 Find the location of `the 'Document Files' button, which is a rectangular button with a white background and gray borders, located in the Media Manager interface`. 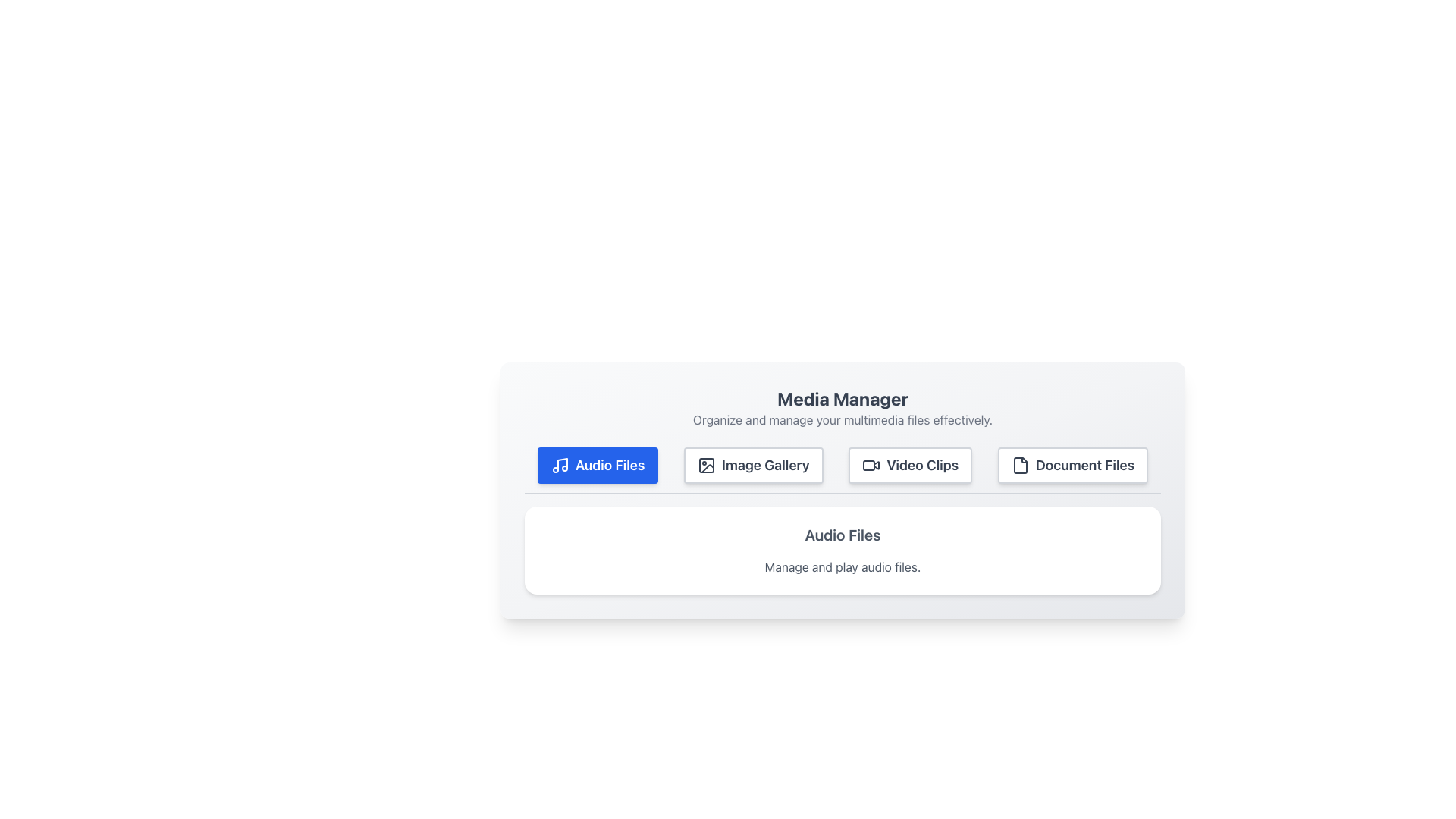

the 'Document Files' button, which is a rectangular button with a white background and gray borders, located in the Media Manager interface is located at coordinates (1072, 464).